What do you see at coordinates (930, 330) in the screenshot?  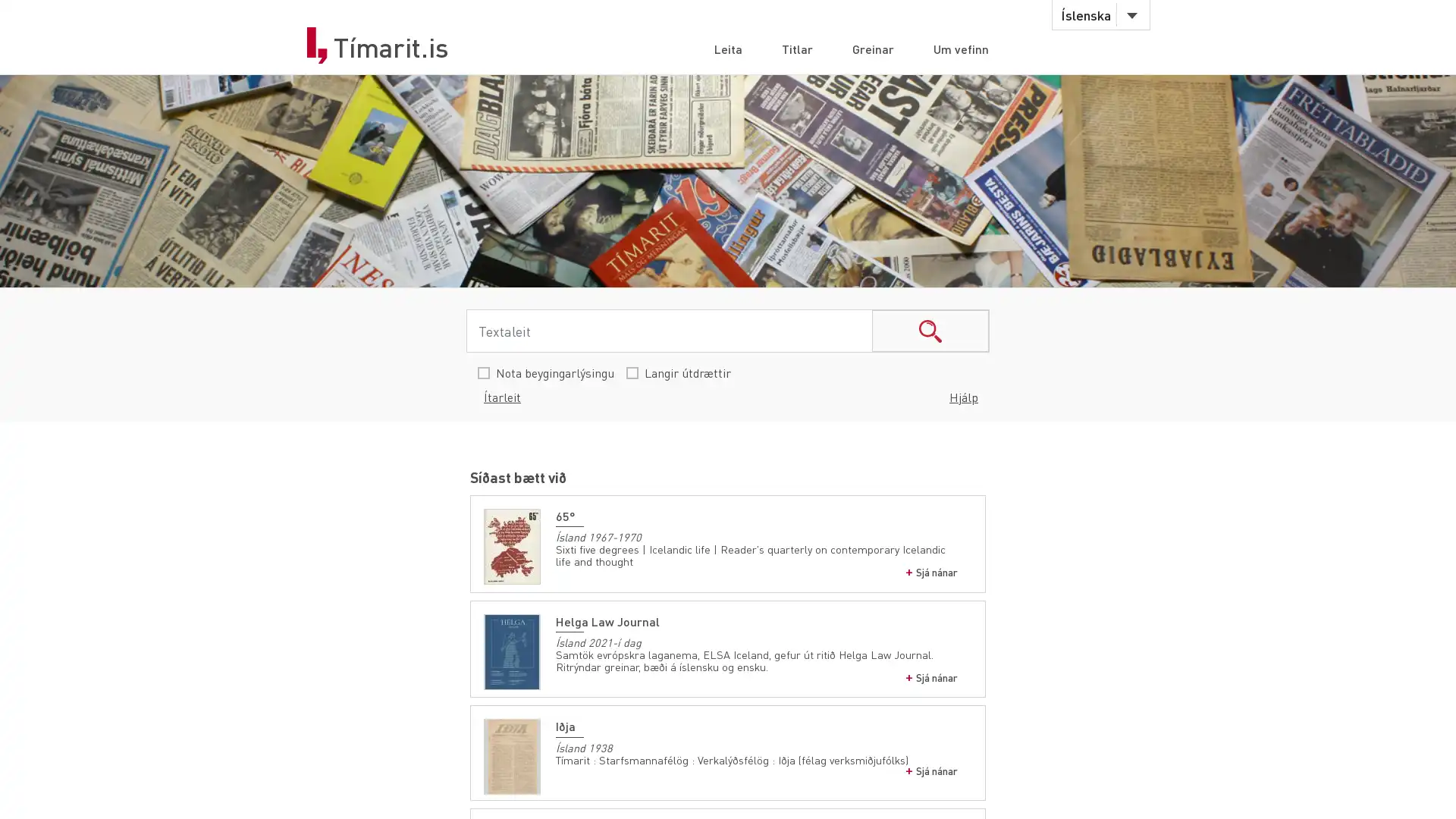 I see `search` at bounding box center [930, 330].